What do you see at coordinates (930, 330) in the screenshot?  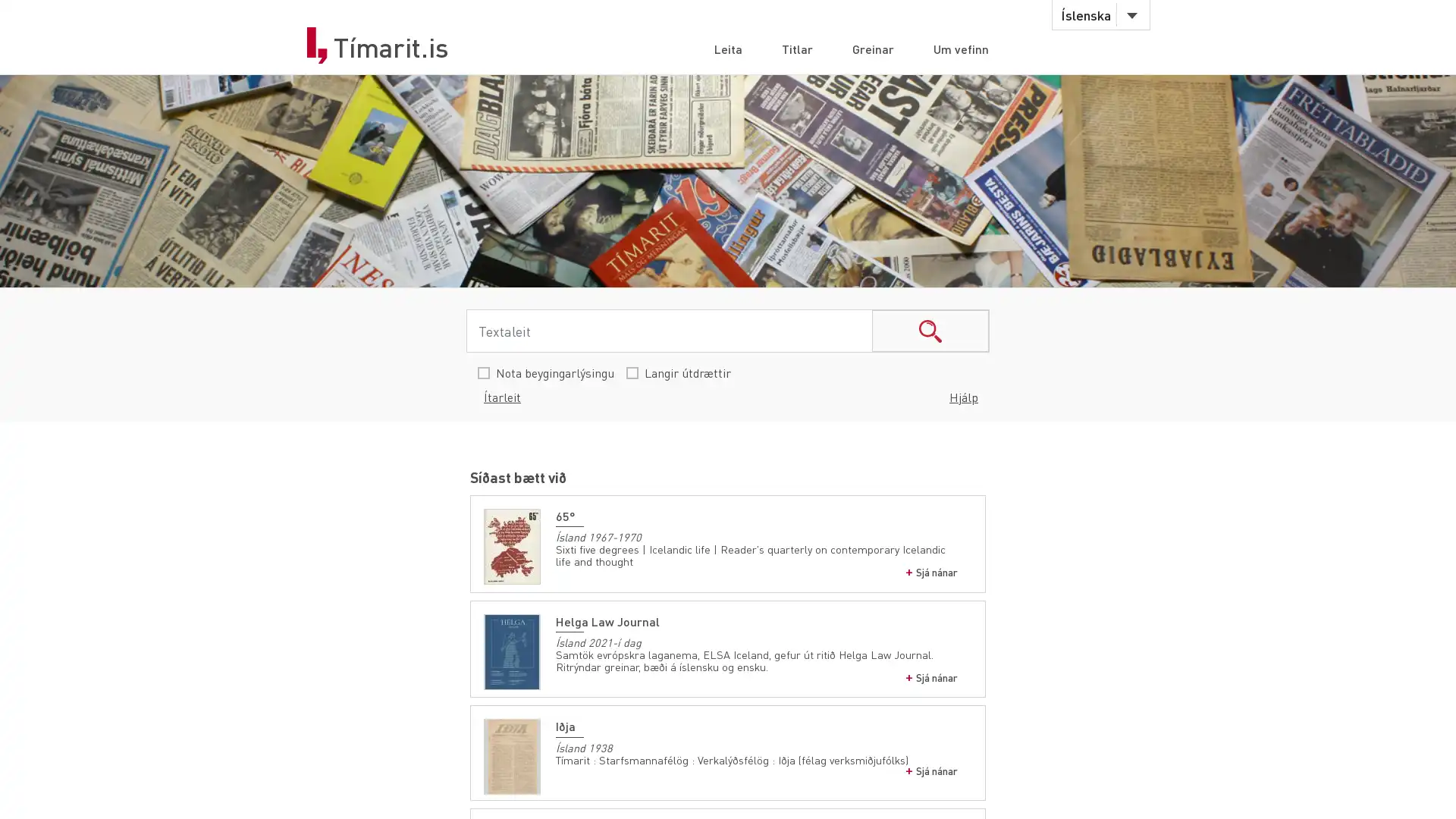 I see `search` at bounding box center [930, 330].